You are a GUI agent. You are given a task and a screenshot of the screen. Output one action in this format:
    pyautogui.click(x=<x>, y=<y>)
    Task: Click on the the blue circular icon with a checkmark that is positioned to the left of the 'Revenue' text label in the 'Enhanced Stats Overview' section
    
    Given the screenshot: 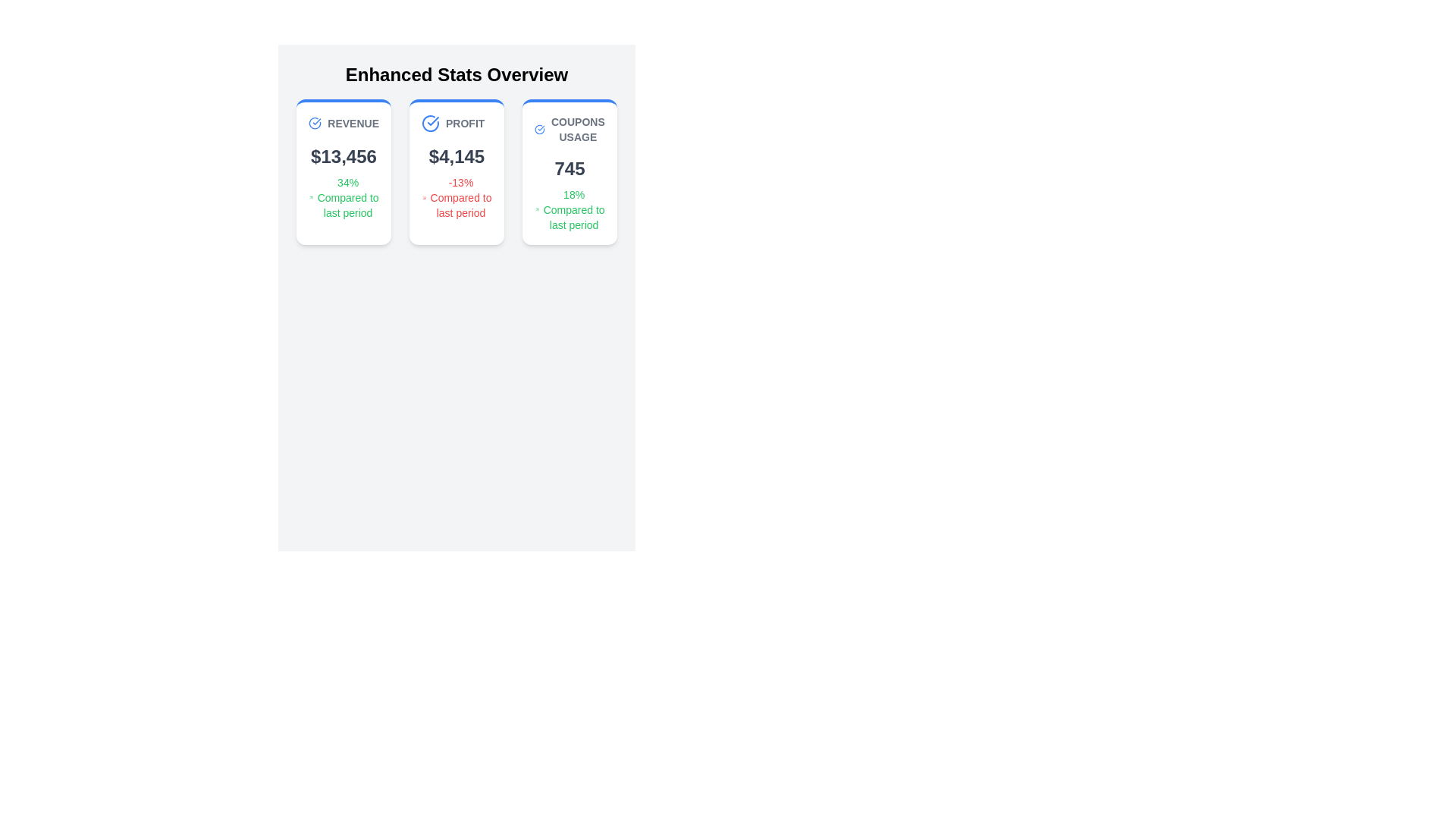 What is the action you would take?
    pyautogui.click(x=314, y=122)
    